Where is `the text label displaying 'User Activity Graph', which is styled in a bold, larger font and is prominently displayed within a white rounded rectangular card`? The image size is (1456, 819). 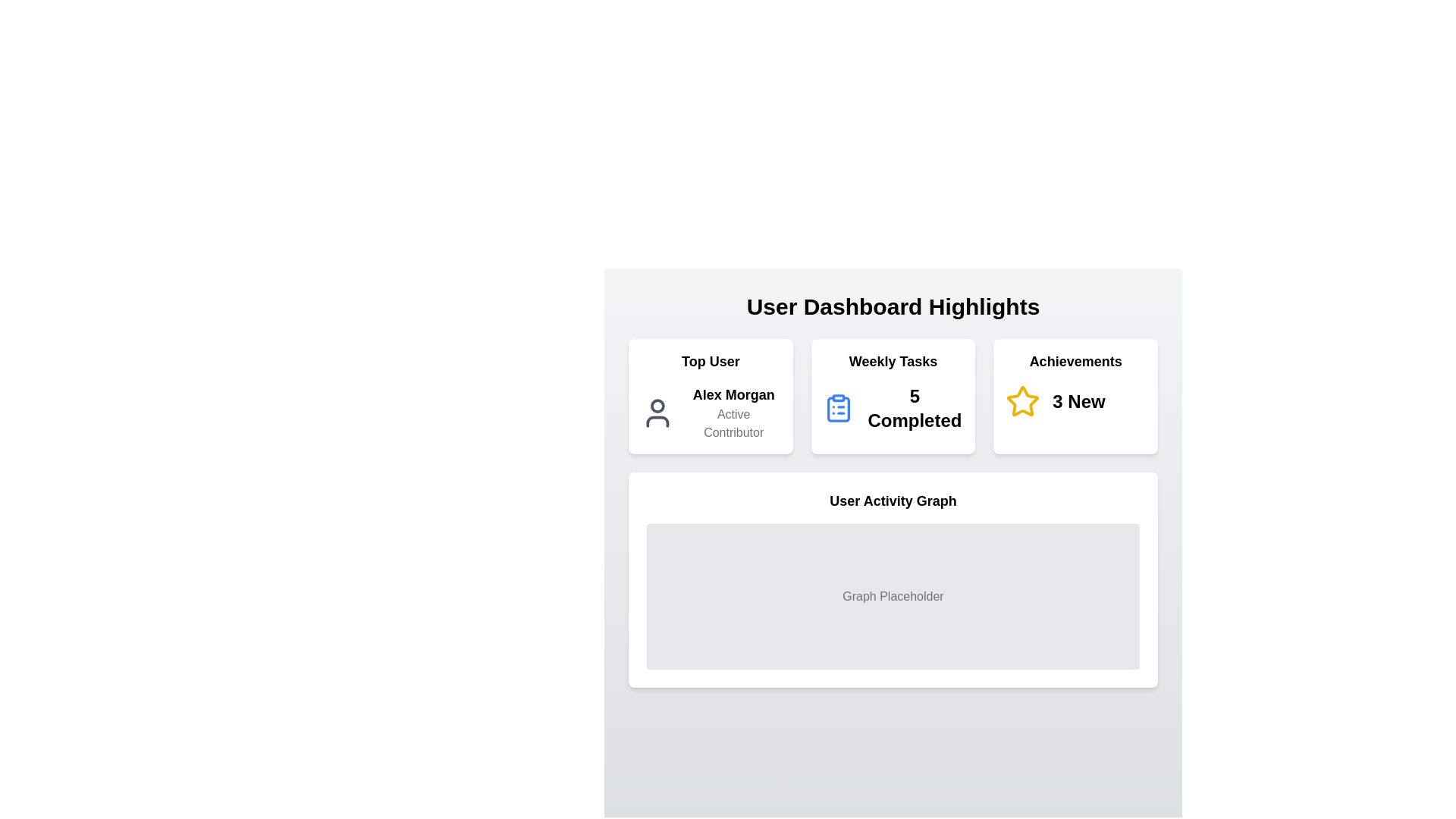
the text label displaying 'User Activity Graph', which is styled in a bold, larger font and is prominently displayed within a white rounded rectangular card is located at coordinates (893, 500).